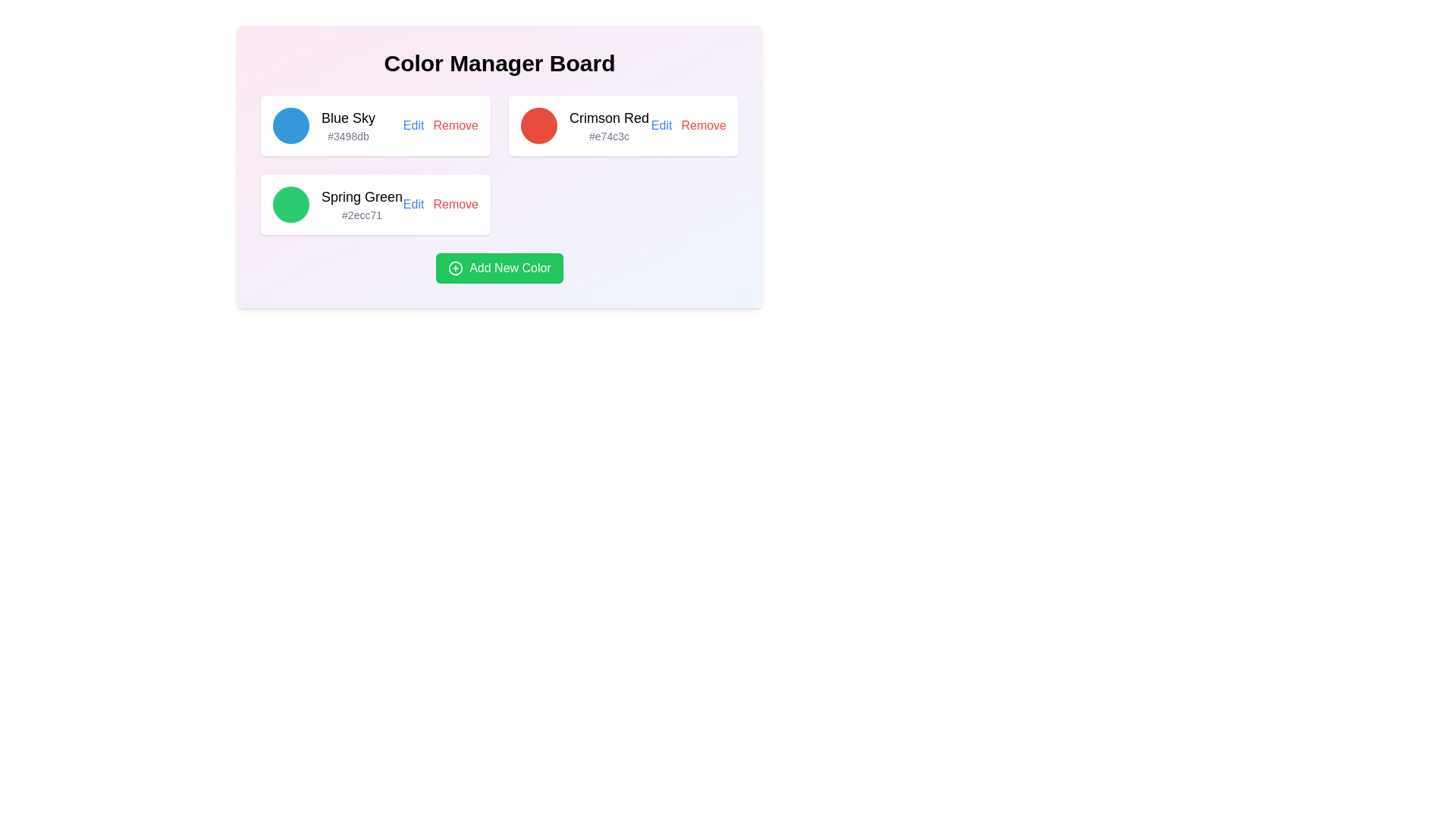 The height and width of the screenshot is (819, 1456). What do you see at coordinates (538, 124) in the screenshot?
I see `the crimson red Color preview icon` at bounding box center [538, 124].